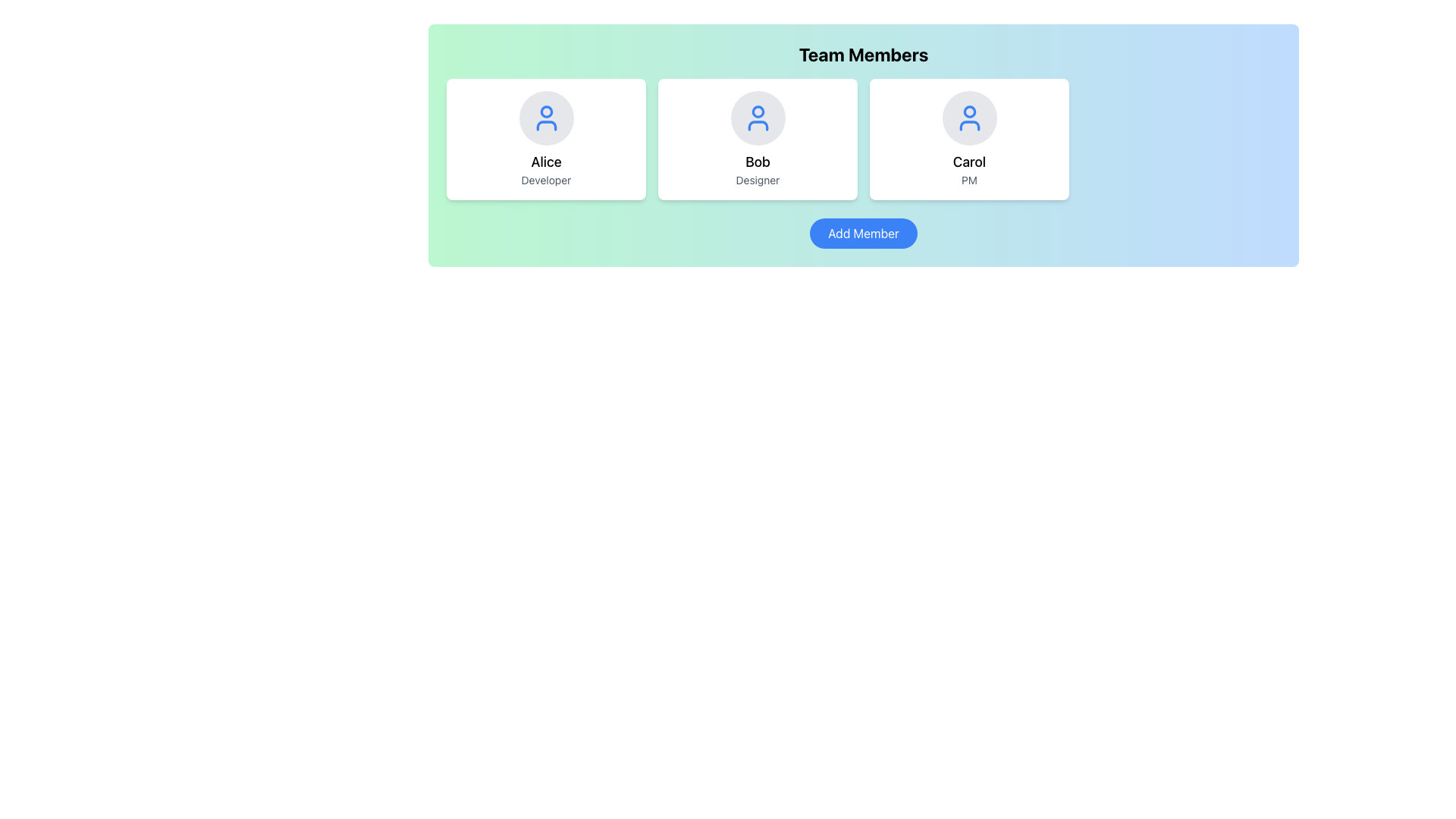 The height and width of the screenshot is (819, 1456). Describe the element at coordinates (968, 180) in the screenshot. I see `the Text Label indicating the role or time designation associated with 'Carol', located in the white card below the name label` at that location.